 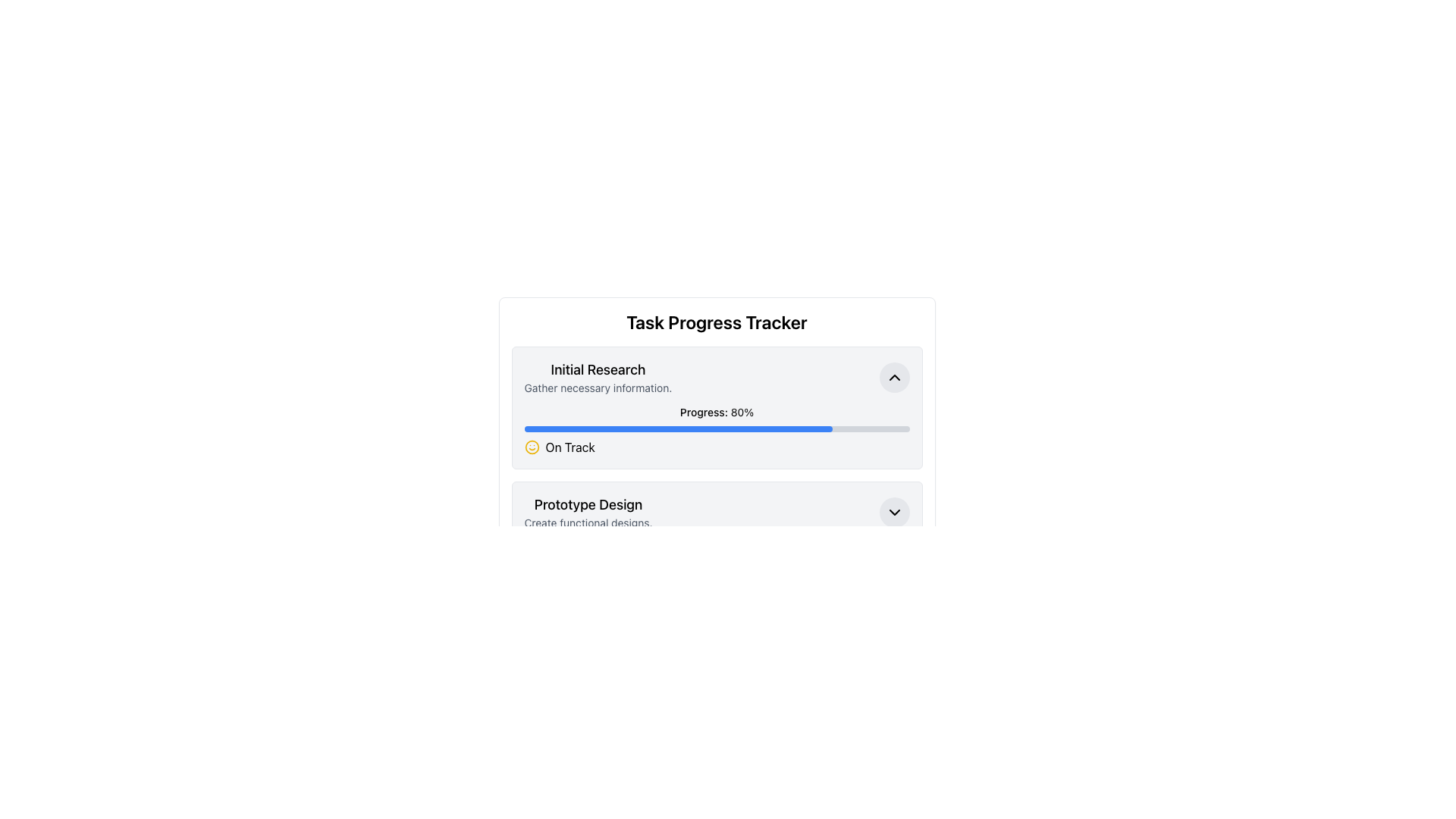 I want to click on the text label that displays 'On Track' accompanied by a yellow smiley icon, located at the bottom of the 'Progress: 80%' section, so click(x=716, y=447).